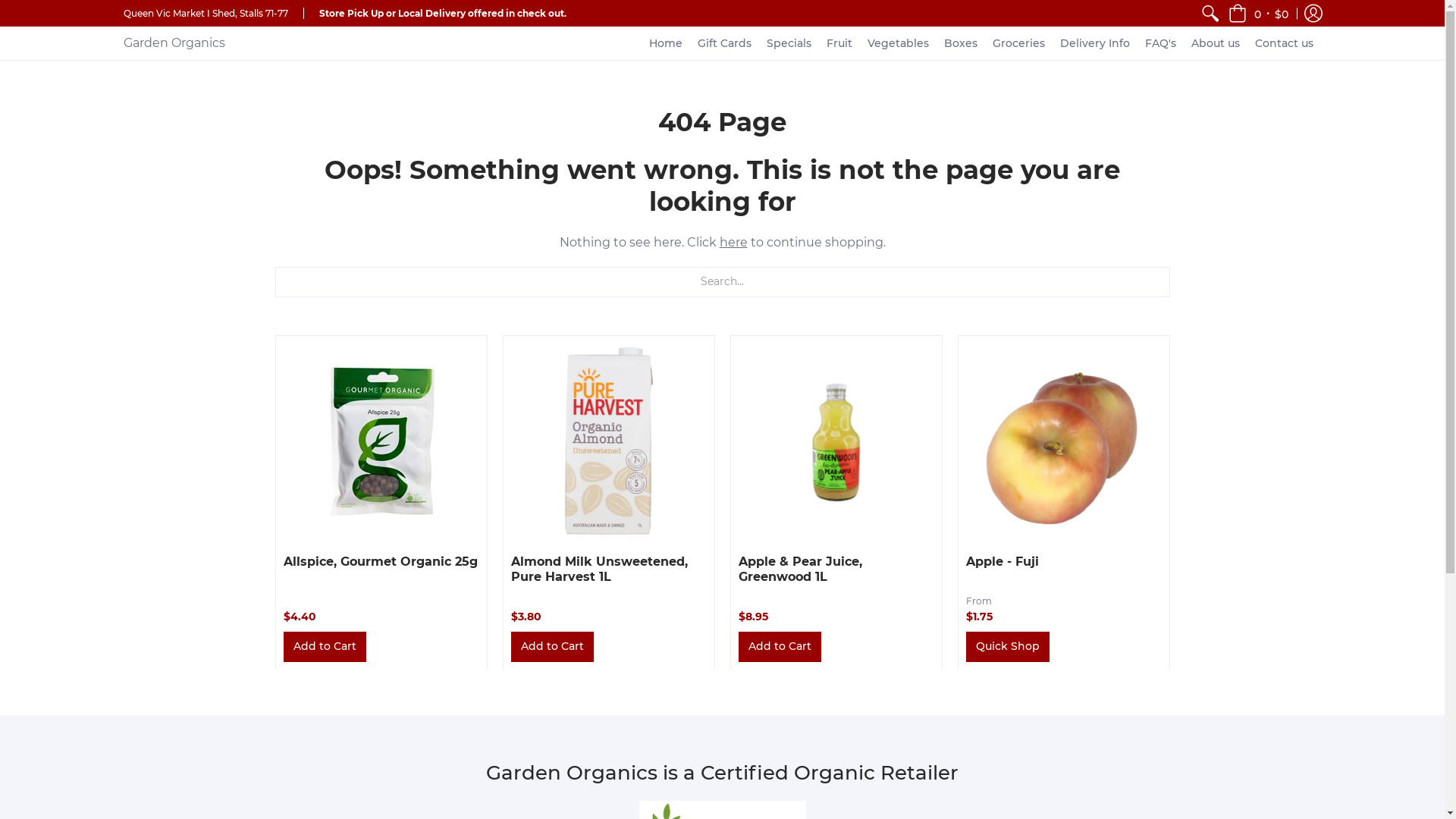 Image resolution: width=1456 pixels, height=819 pixels. I want to click on 'Boxes', so click(935, 42).